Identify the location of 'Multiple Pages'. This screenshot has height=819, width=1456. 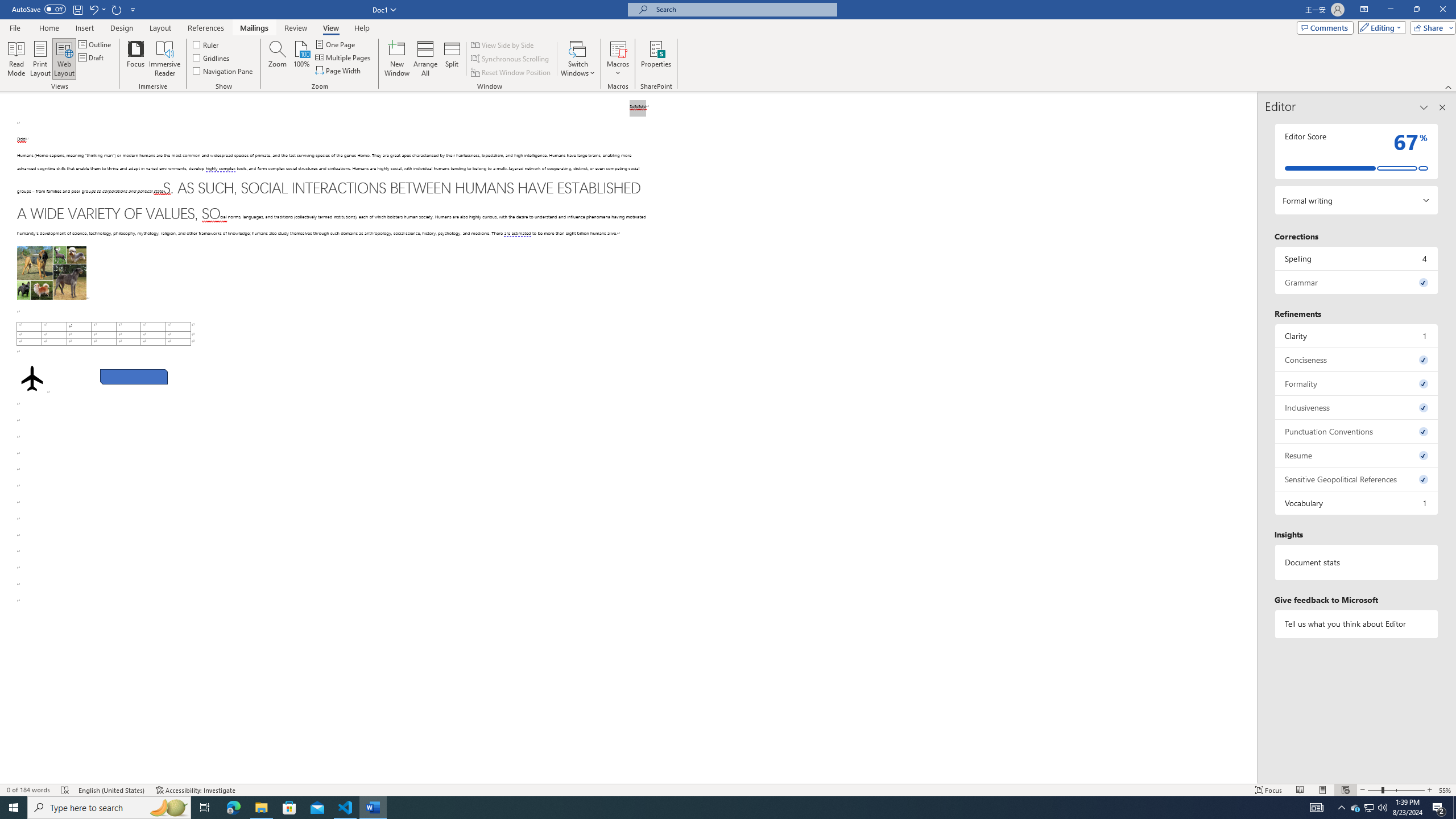
(343, 56).